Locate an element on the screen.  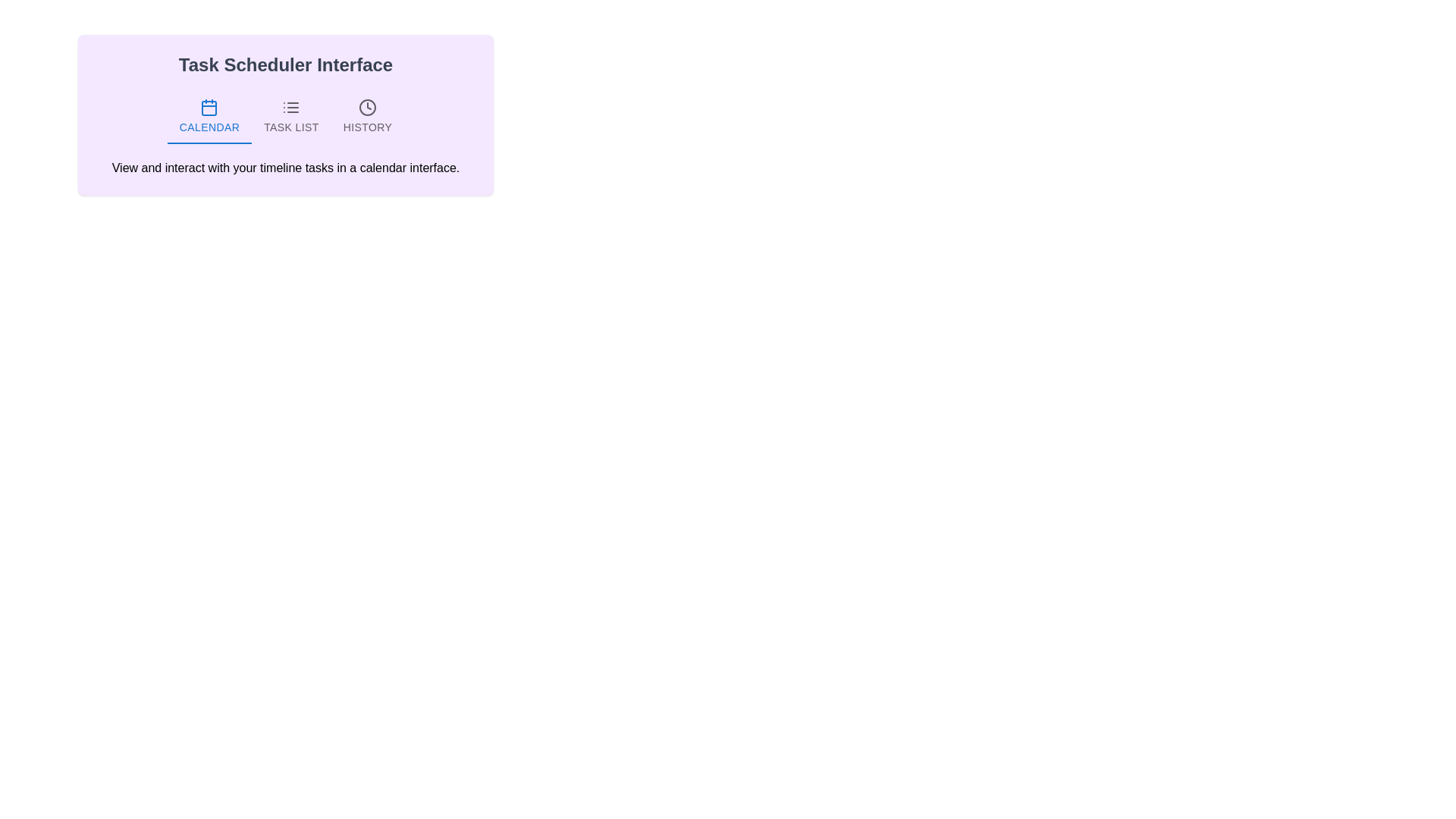
the 'Task List' tab icon located in the top-center region of the interface is located at coordinates (291, 107).